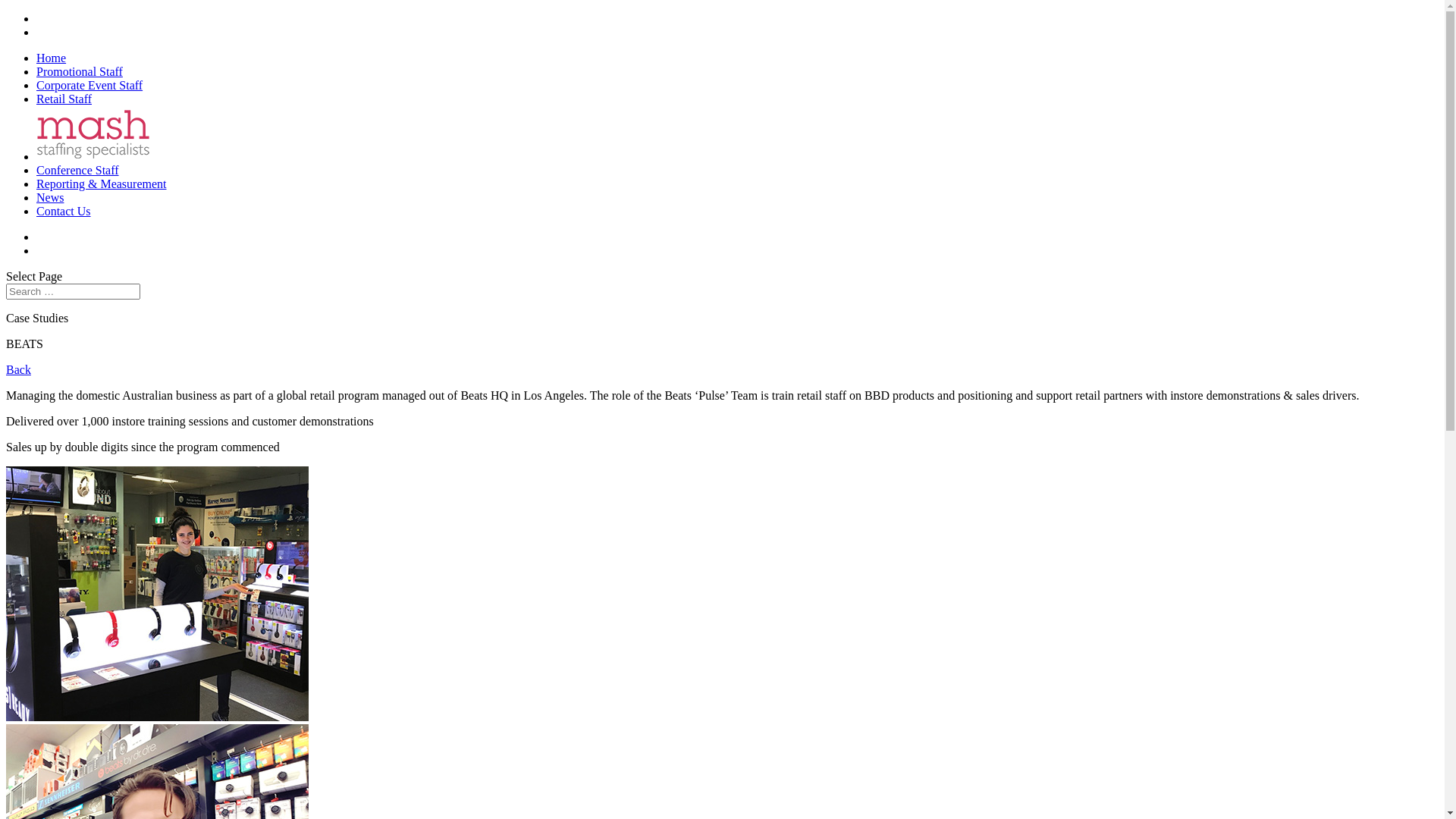  What do you see at coordinates (36, 196) in the screenshot?
I see `'News'` at bounding box center [36, 196].